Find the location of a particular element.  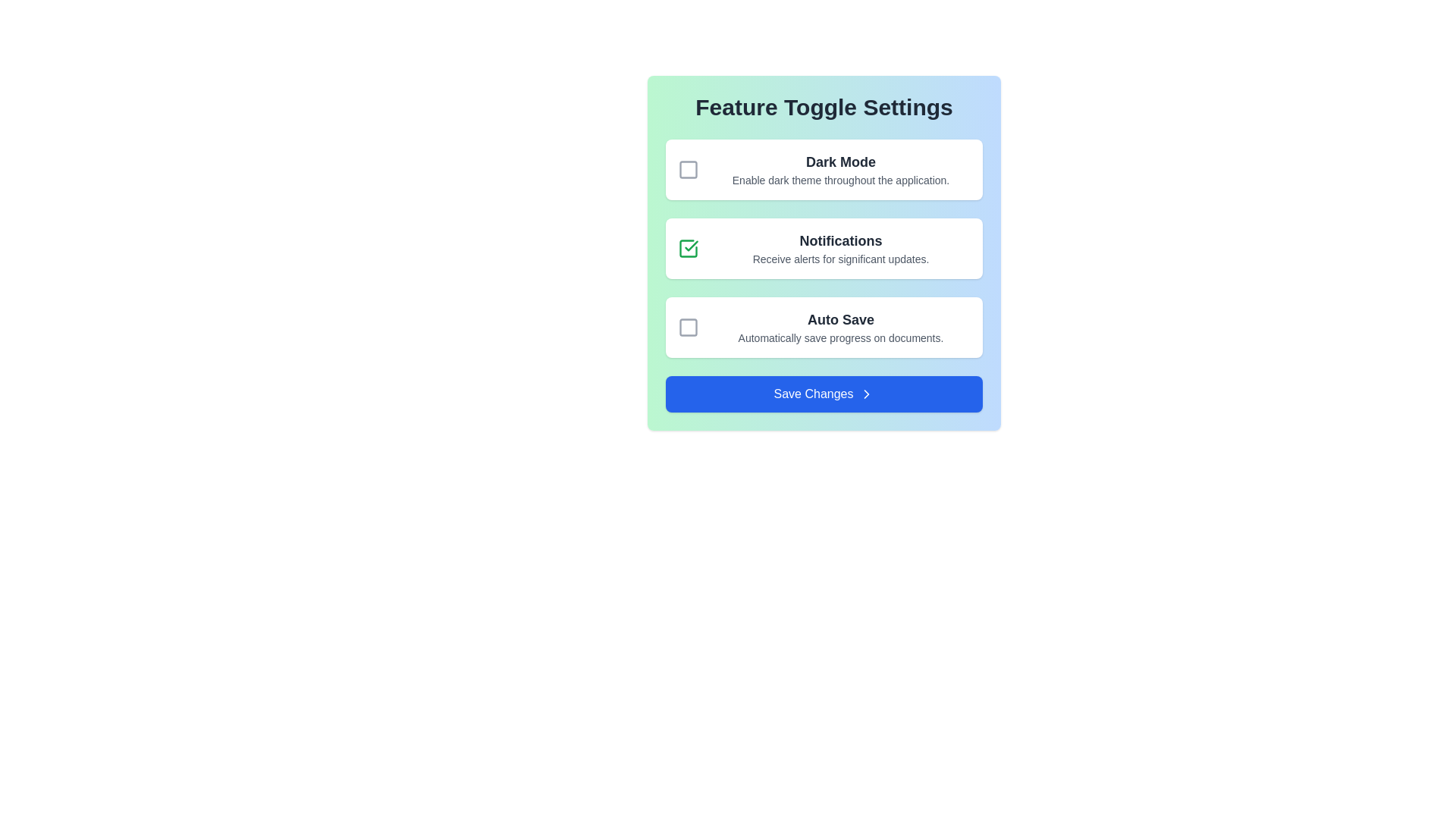

the right edge icon of the 'Save Changes' button is located at coordinates (867, 394).